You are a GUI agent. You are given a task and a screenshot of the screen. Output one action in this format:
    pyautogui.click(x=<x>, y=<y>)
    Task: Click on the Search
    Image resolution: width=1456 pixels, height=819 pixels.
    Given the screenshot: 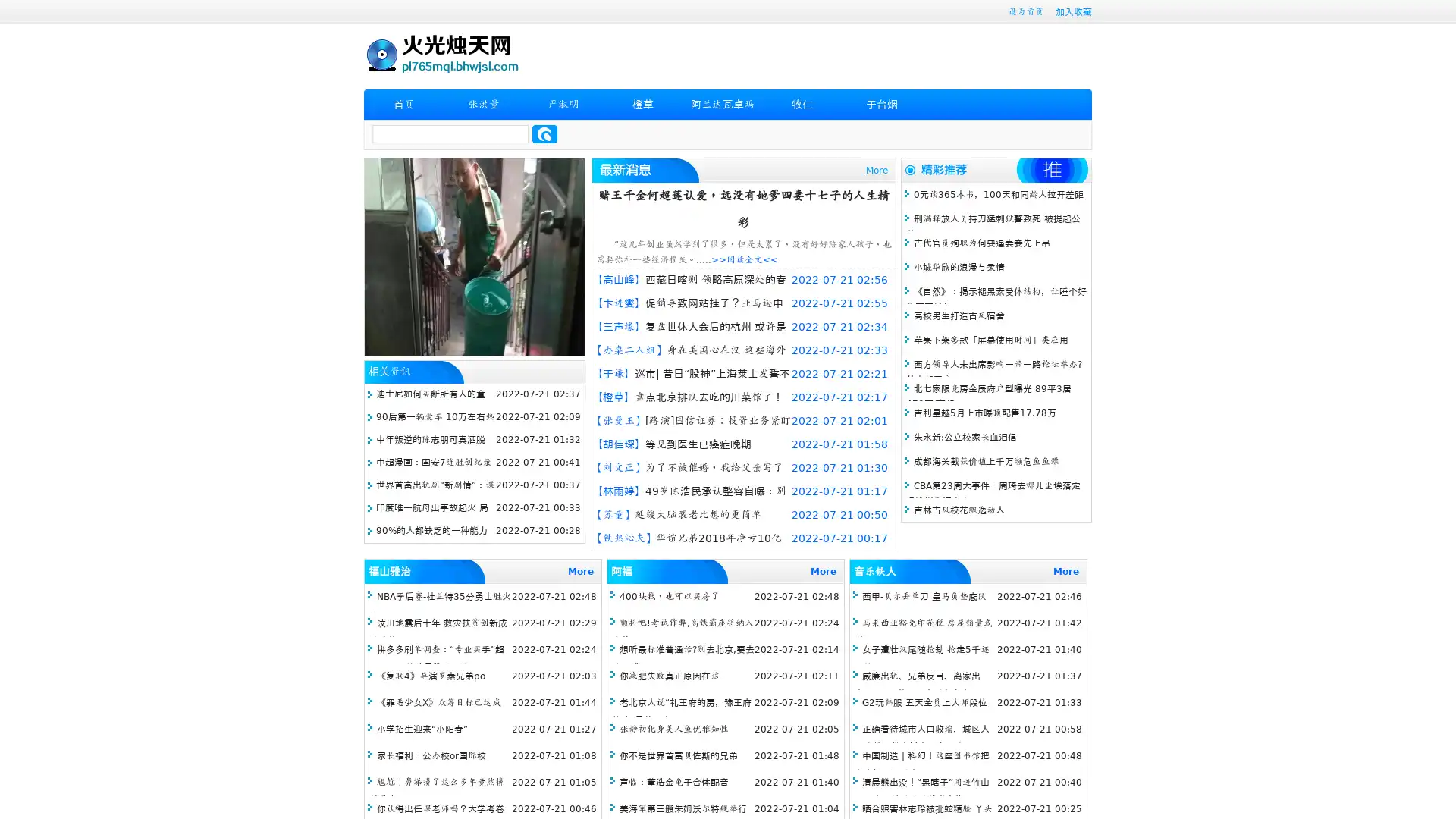 What is the action you would take?
    pyautogui.click(x=544, y=133)
    